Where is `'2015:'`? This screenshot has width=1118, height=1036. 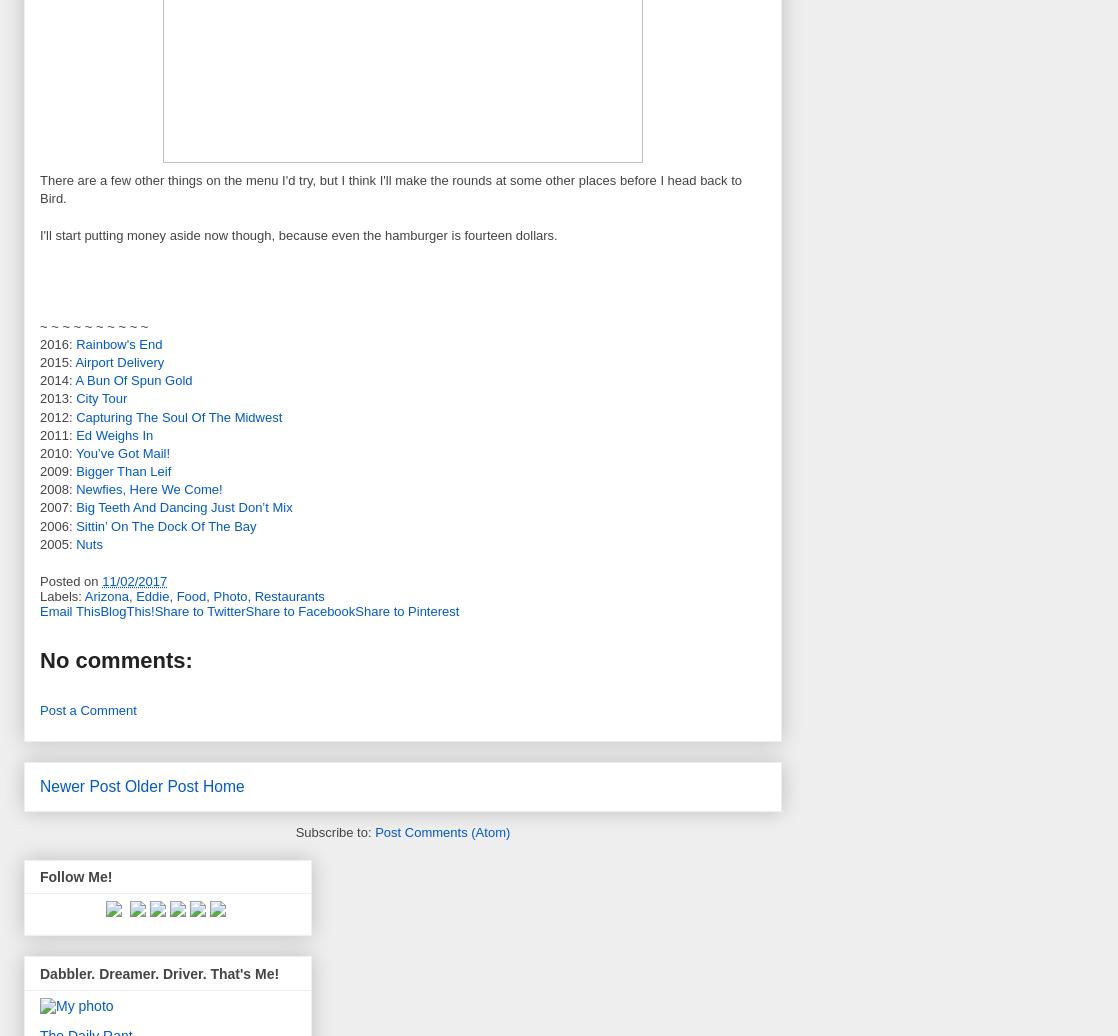
'2015:' is located at coordinates (57, 361).